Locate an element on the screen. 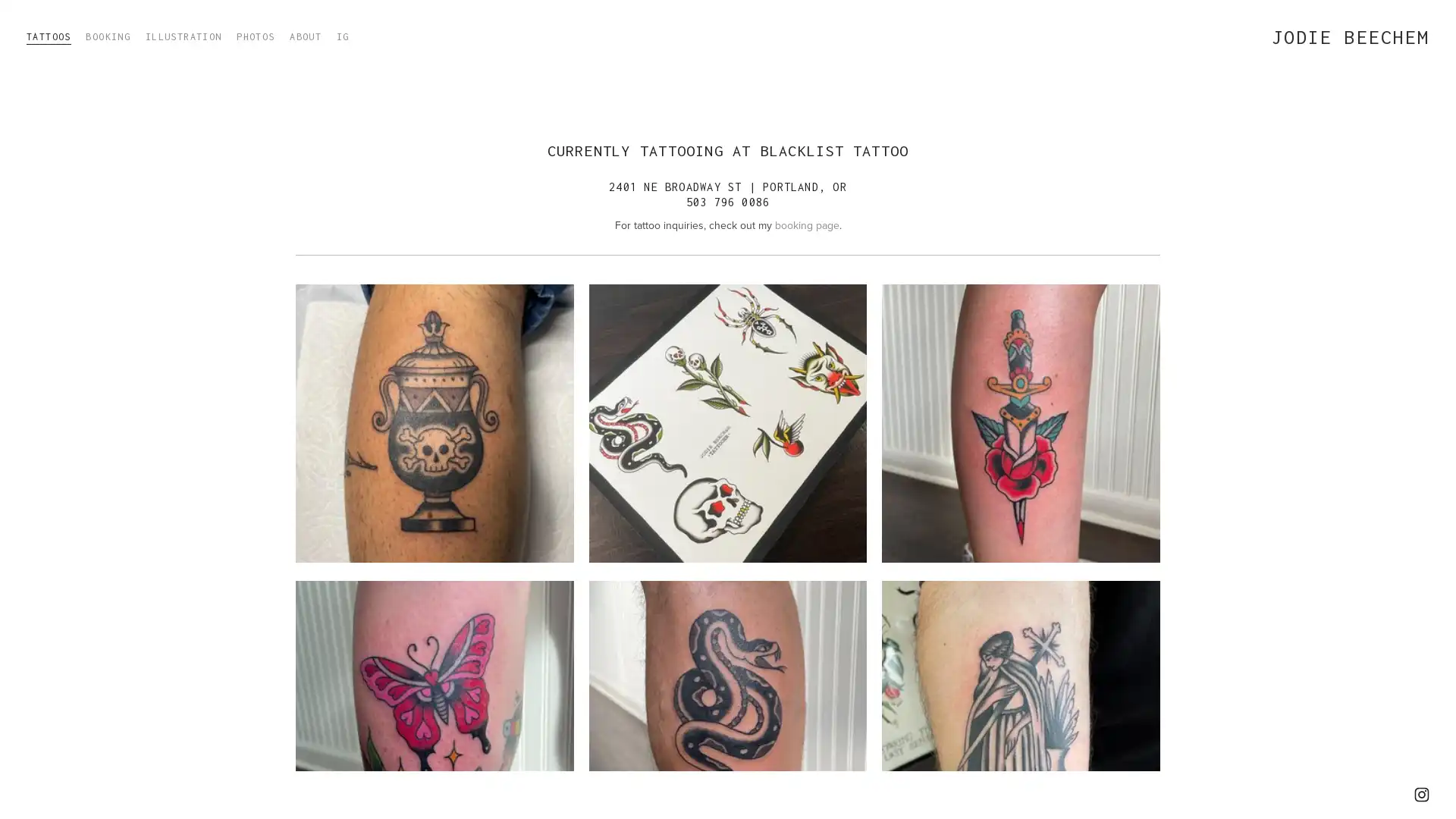 This screenshot has height=819, width=1456. View fullsize is located at coordinates (433, 423).